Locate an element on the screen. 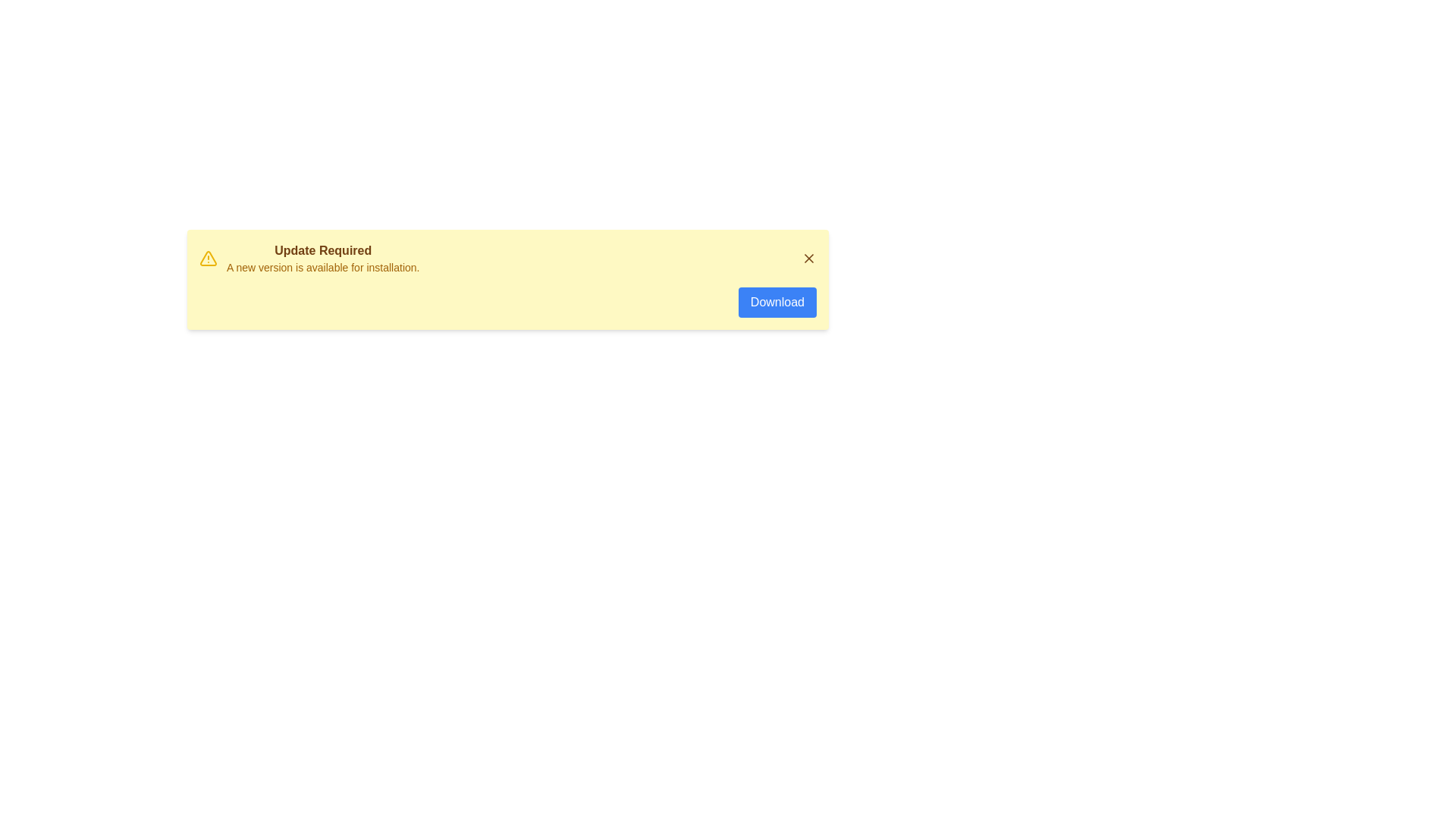 This screenshot has width=1456, height=819. the alert icon to display the tooltip or focus effect is located at coordinates (207, 257).